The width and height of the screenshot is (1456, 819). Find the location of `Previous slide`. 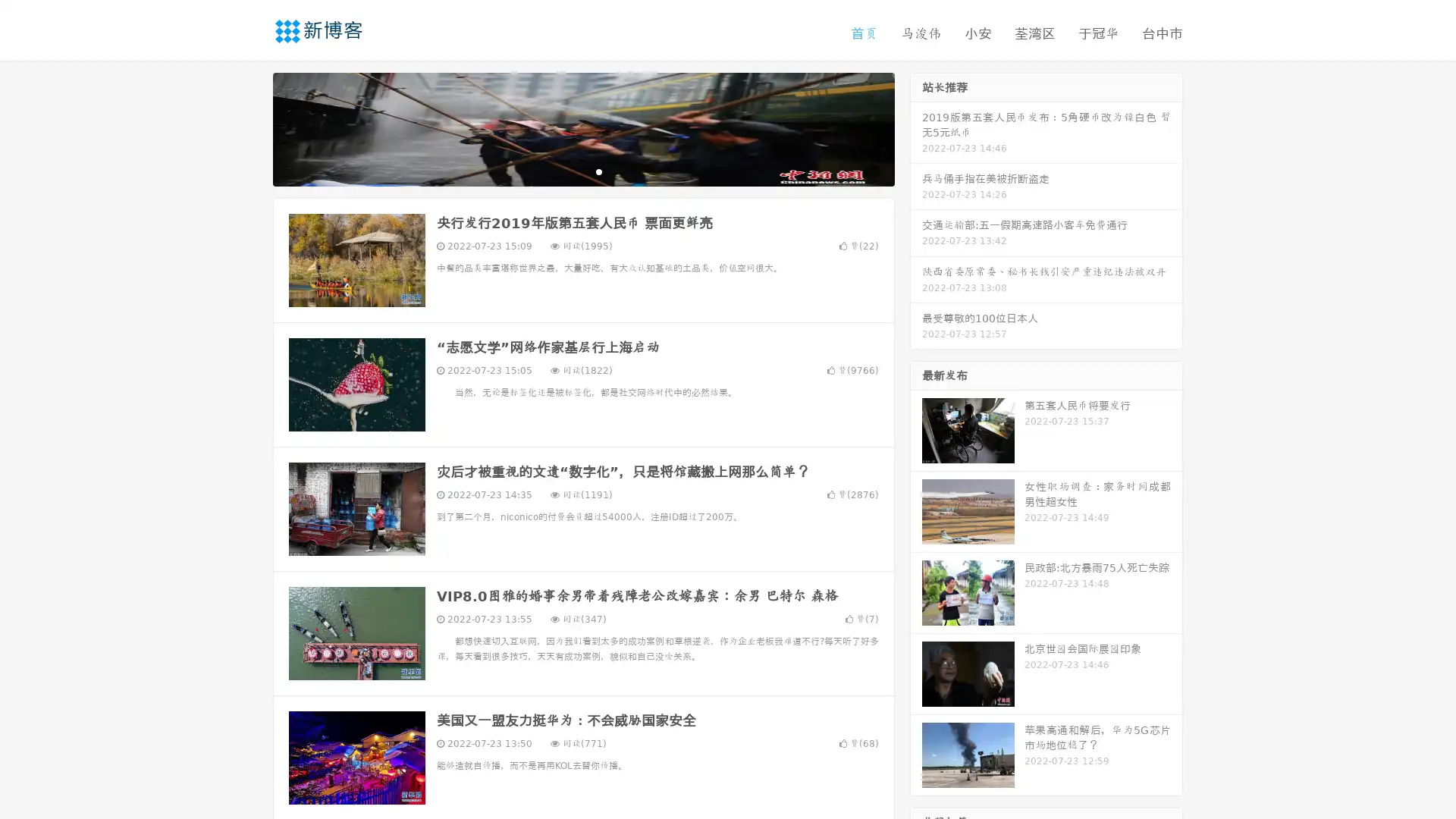

Previous slide is located at coordinates (250, 127).